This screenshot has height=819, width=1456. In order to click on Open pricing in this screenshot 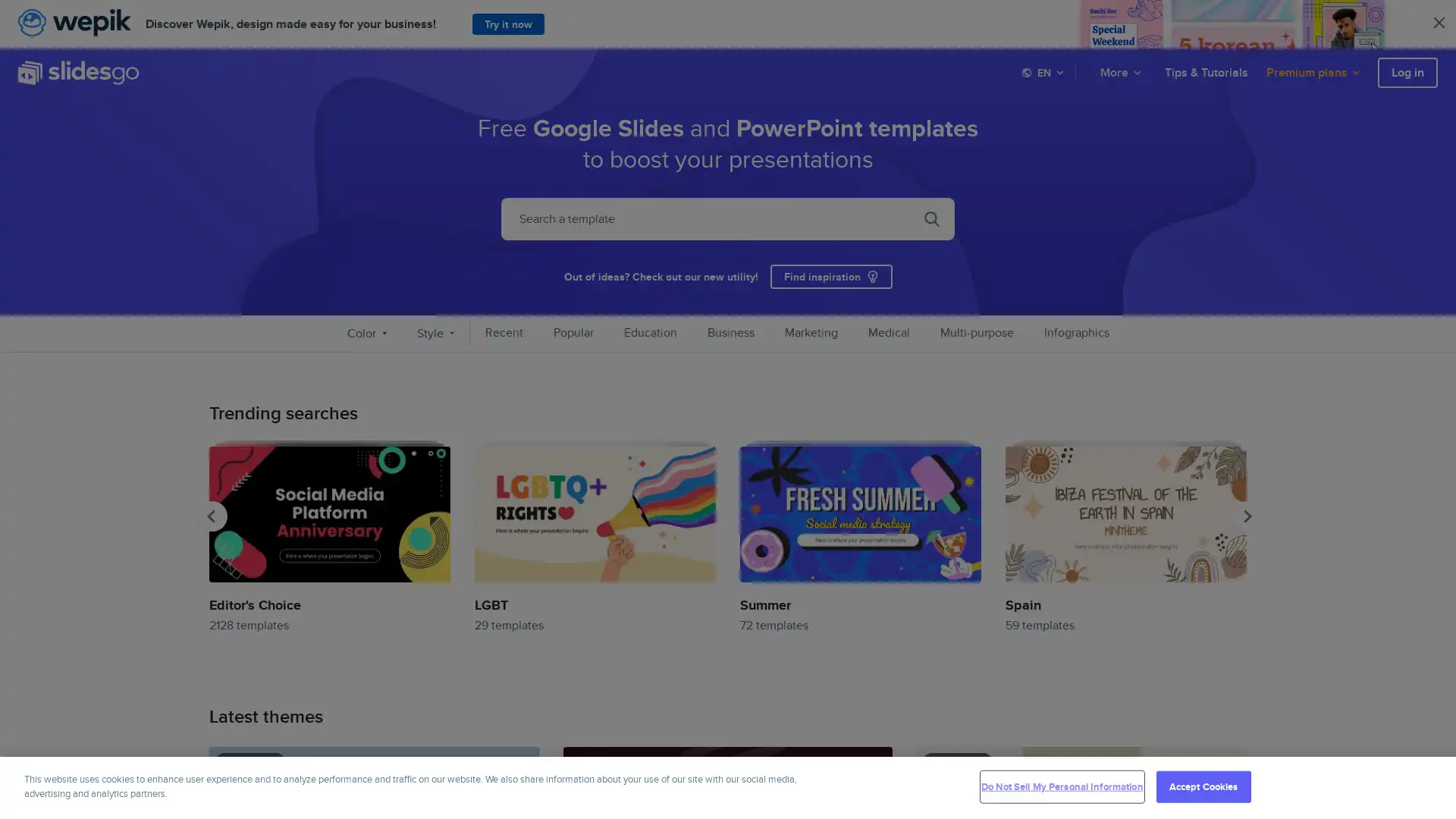, I will do `click(1313, 72)`.